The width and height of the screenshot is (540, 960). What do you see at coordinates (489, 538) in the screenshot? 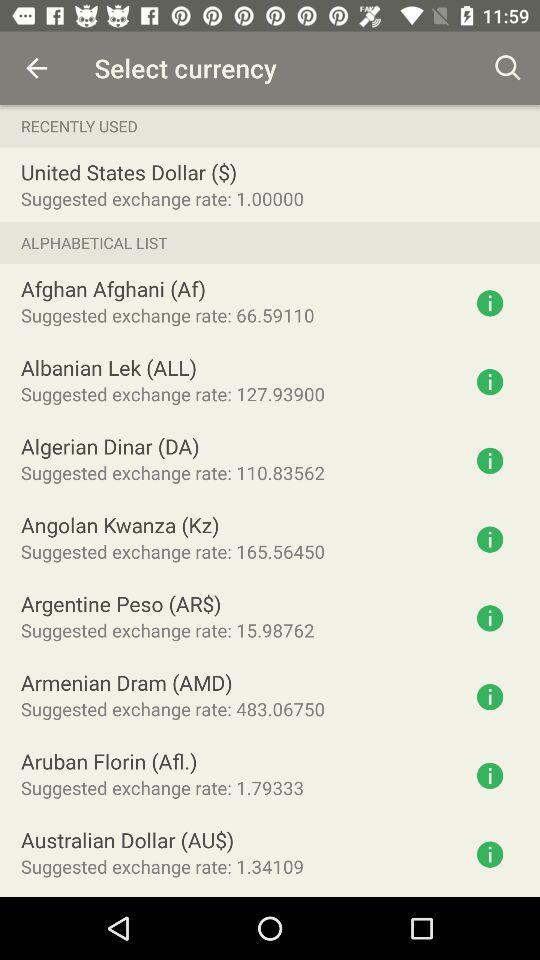
I see `more information` at bounding box center [489, 538].